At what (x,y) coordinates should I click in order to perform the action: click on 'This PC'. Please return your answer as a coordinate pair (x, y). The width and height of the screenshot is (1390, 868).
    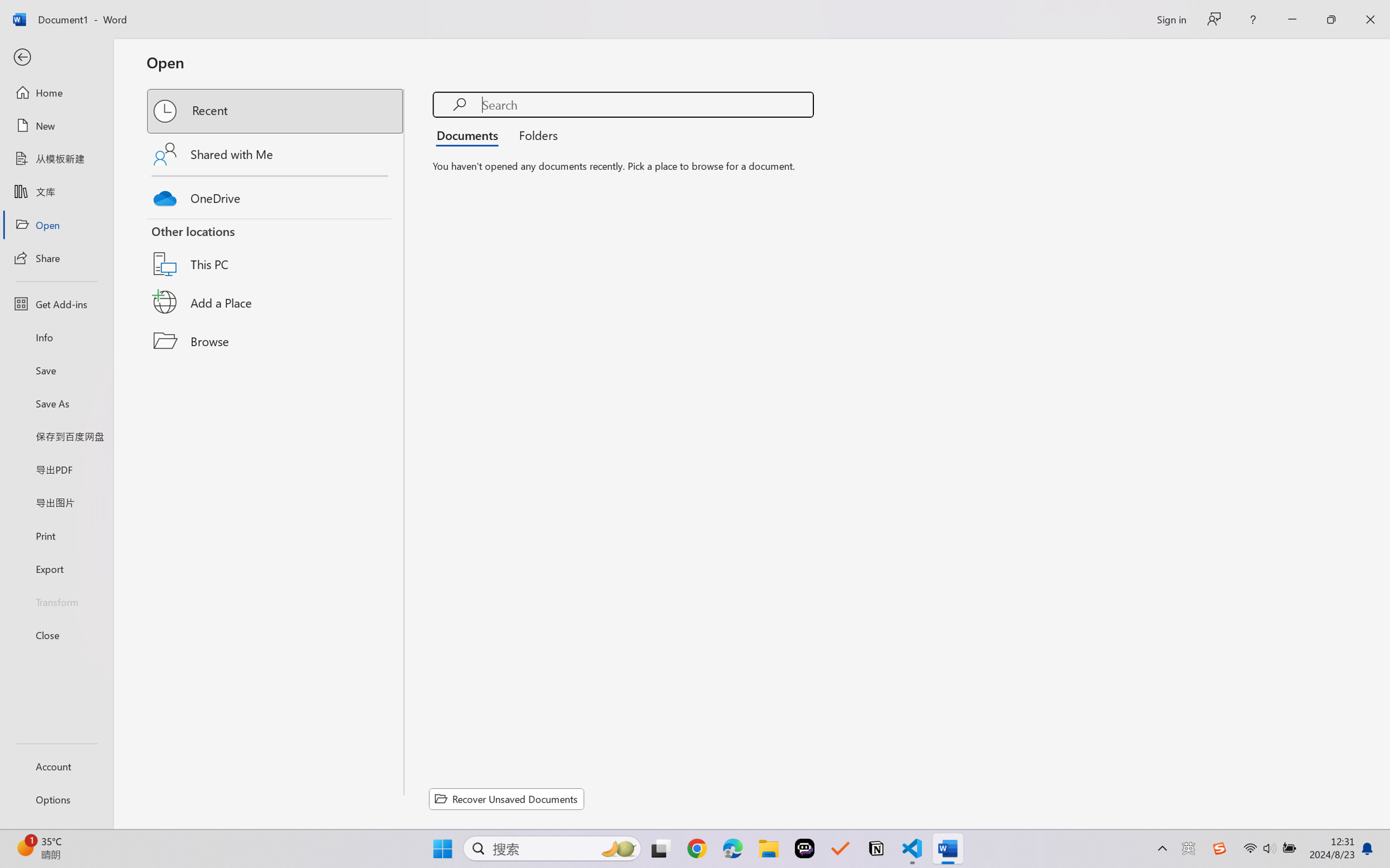
    Looking at the image, I should click on (276, 250).